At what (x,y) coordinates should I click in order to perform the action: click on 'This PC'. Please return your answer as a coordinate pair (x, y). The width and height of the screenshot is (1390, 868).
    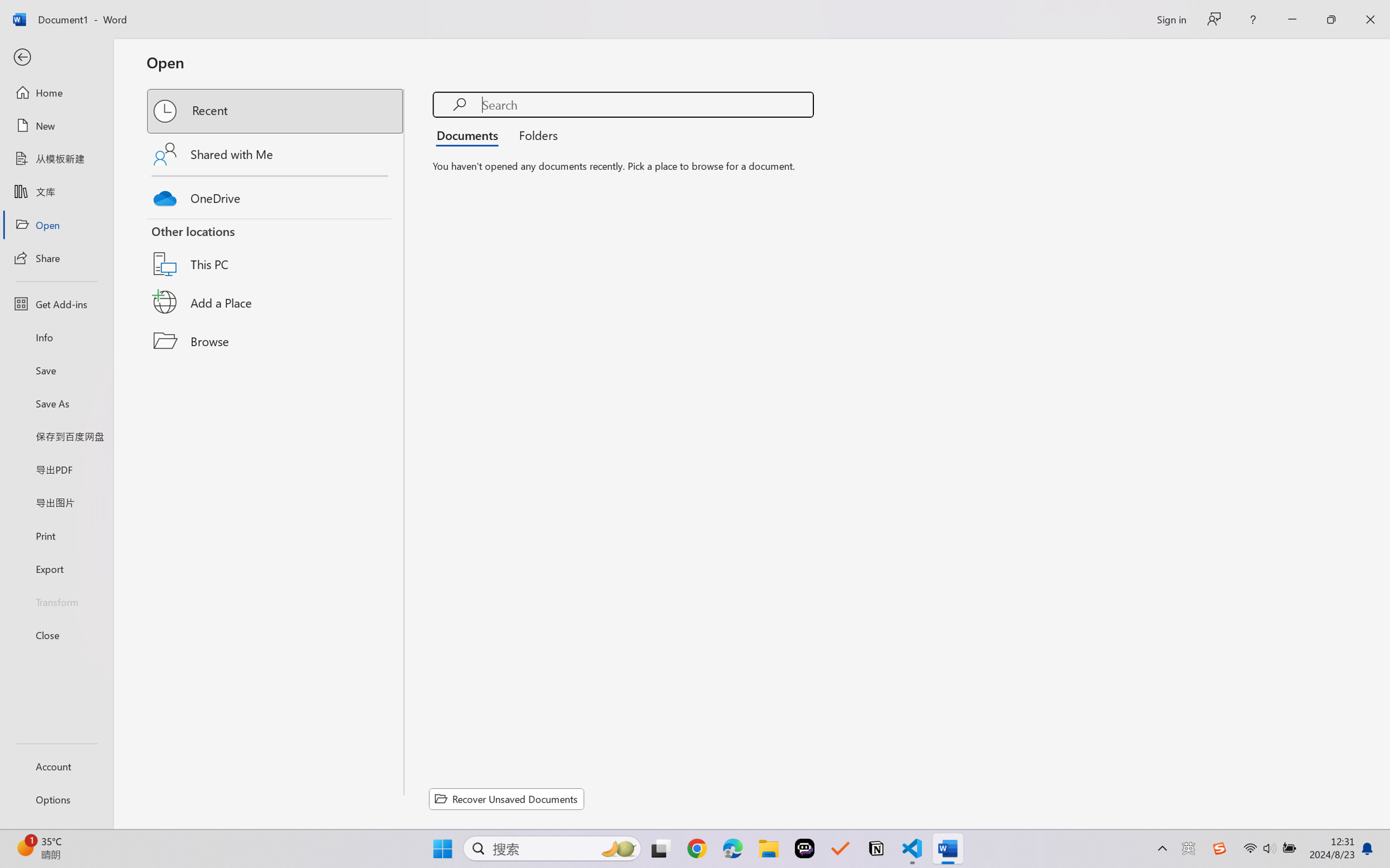
    Looking at the image, I should click on (276, 250).